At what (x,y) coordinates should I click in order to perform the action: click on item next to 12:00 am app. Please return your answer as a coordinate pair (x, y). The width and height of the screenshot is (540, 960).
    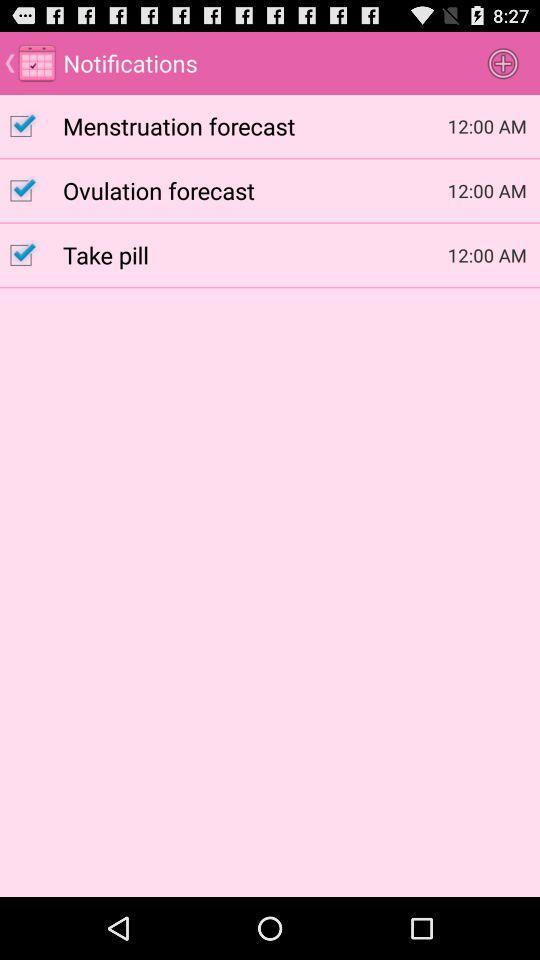
    Looking at the image, I should click on (255, 124).